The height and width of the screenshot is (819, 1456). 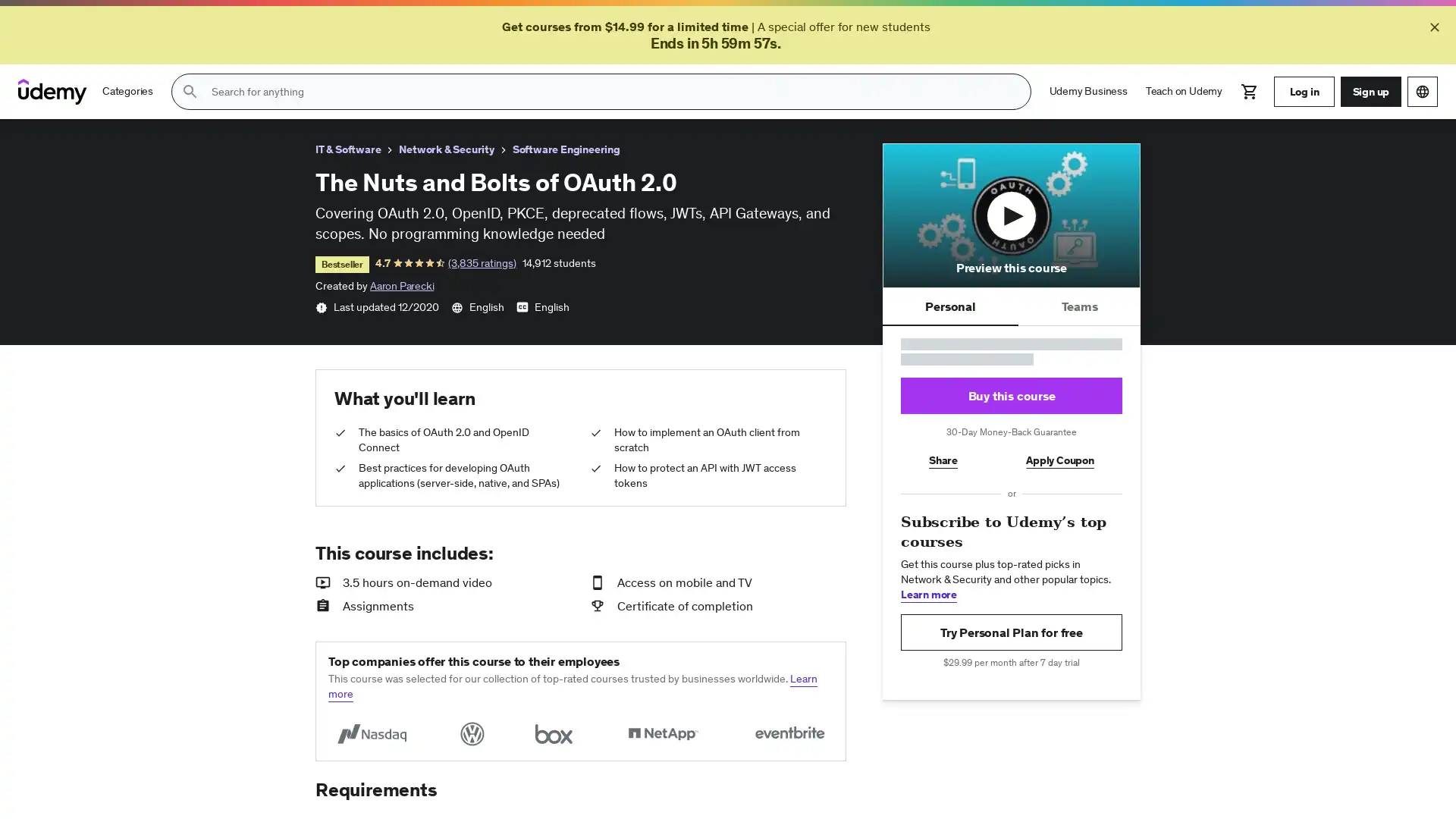 I want to click on Play course preview, so click(x=1012, y=215).